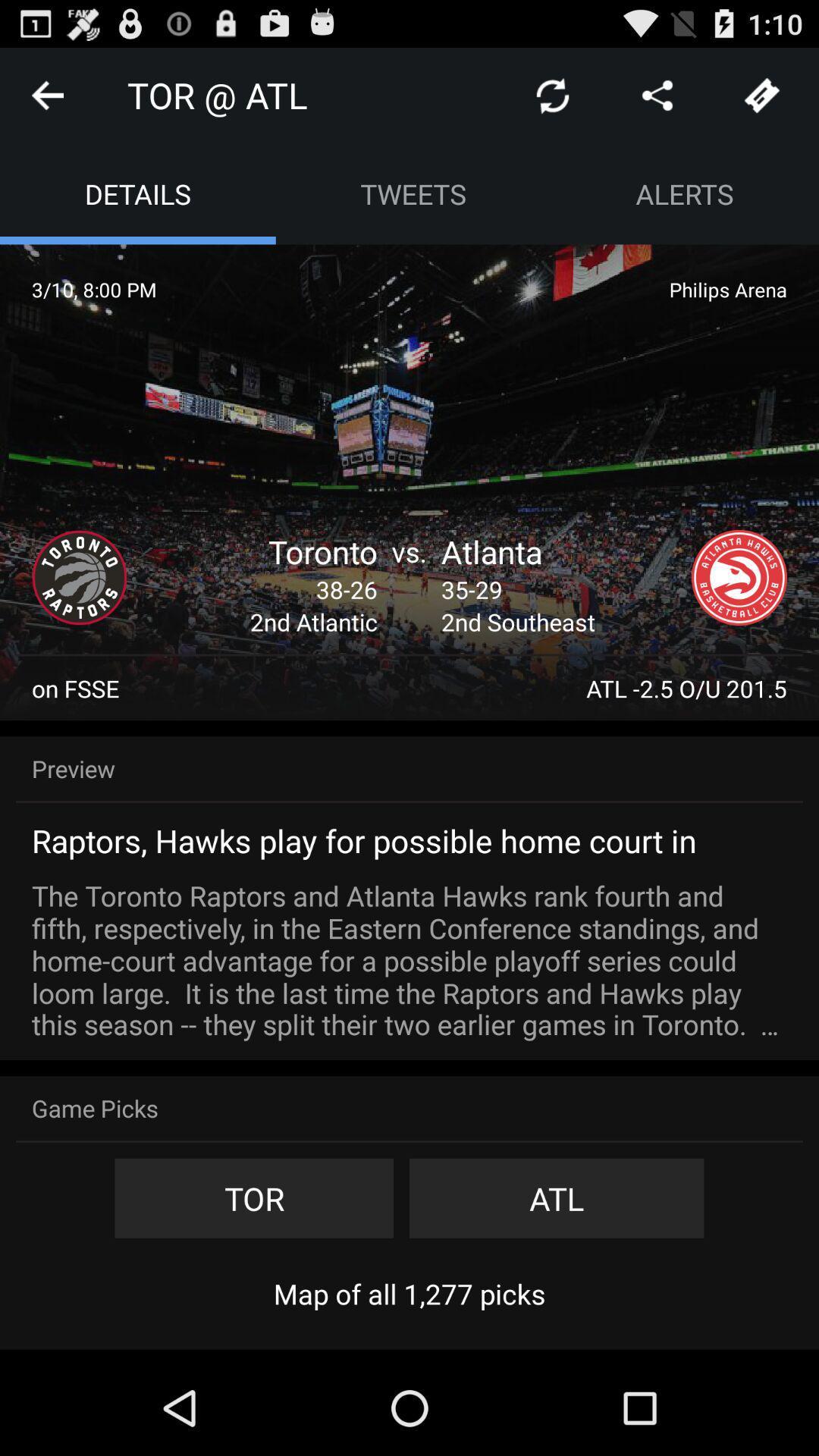  Describe the element at coordinates (657, 101) in the screenshot. I see `the share icon` at that location.